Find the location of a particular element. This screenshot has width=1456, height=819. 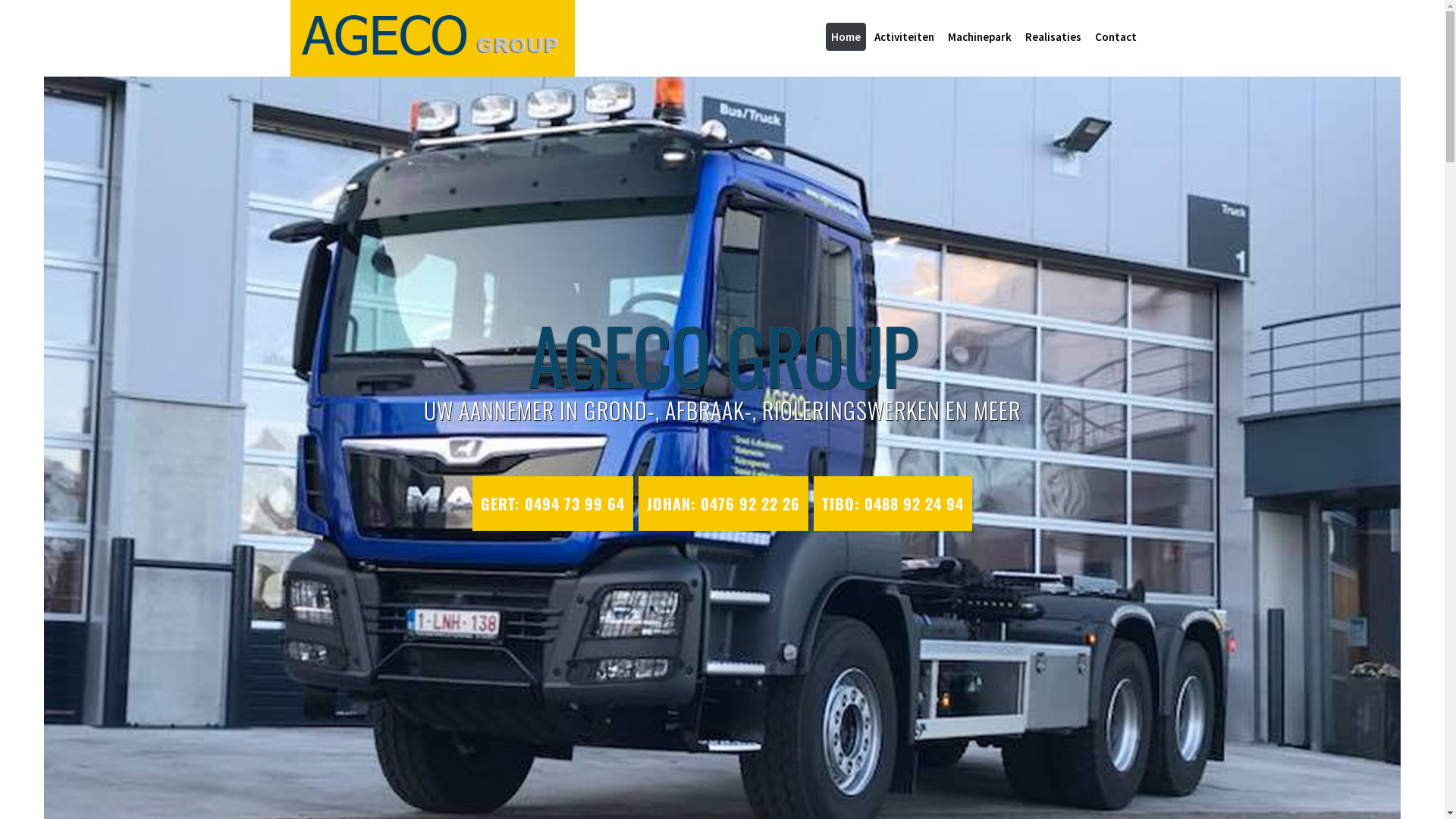

'Machinepark' is located at coordinates (979, 36).